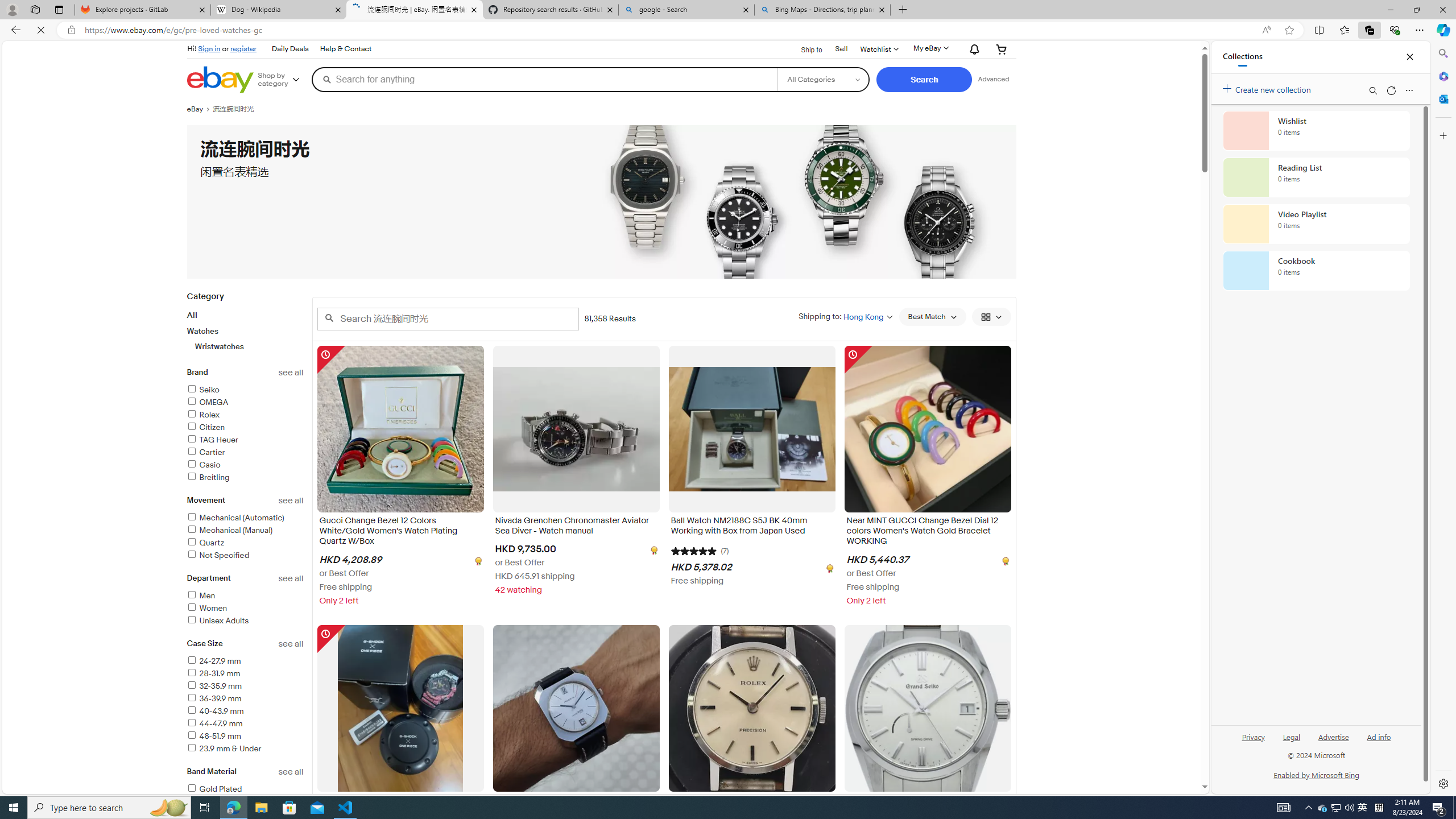  Describe the element at coordinates (289, 48) in the screenshot. I see `'Daily Deals'` at that location.